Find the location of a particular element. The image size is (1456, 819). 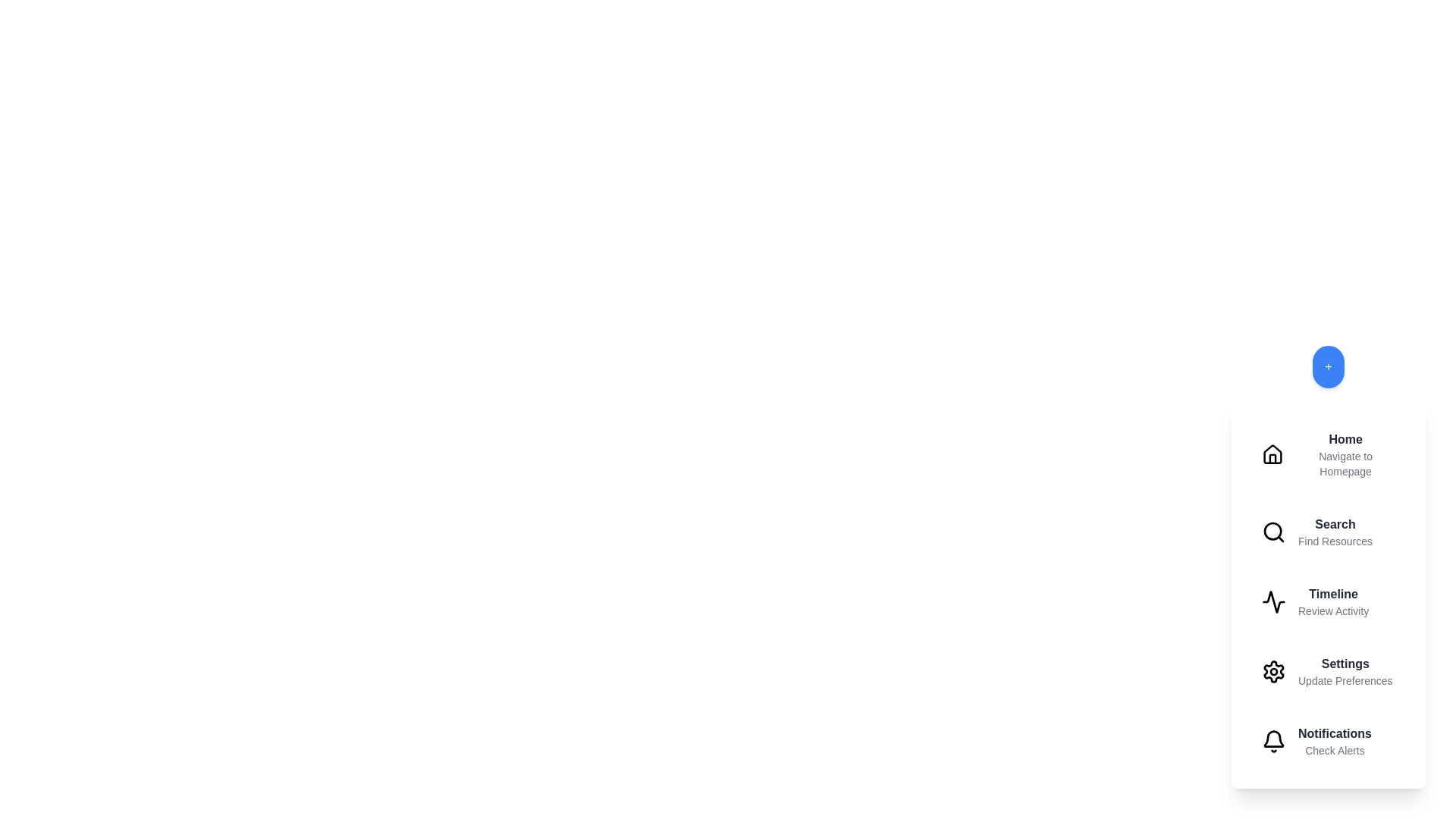

the descriptive text of the menu item labeled Home to select it is located at coordinates (1345, 463).